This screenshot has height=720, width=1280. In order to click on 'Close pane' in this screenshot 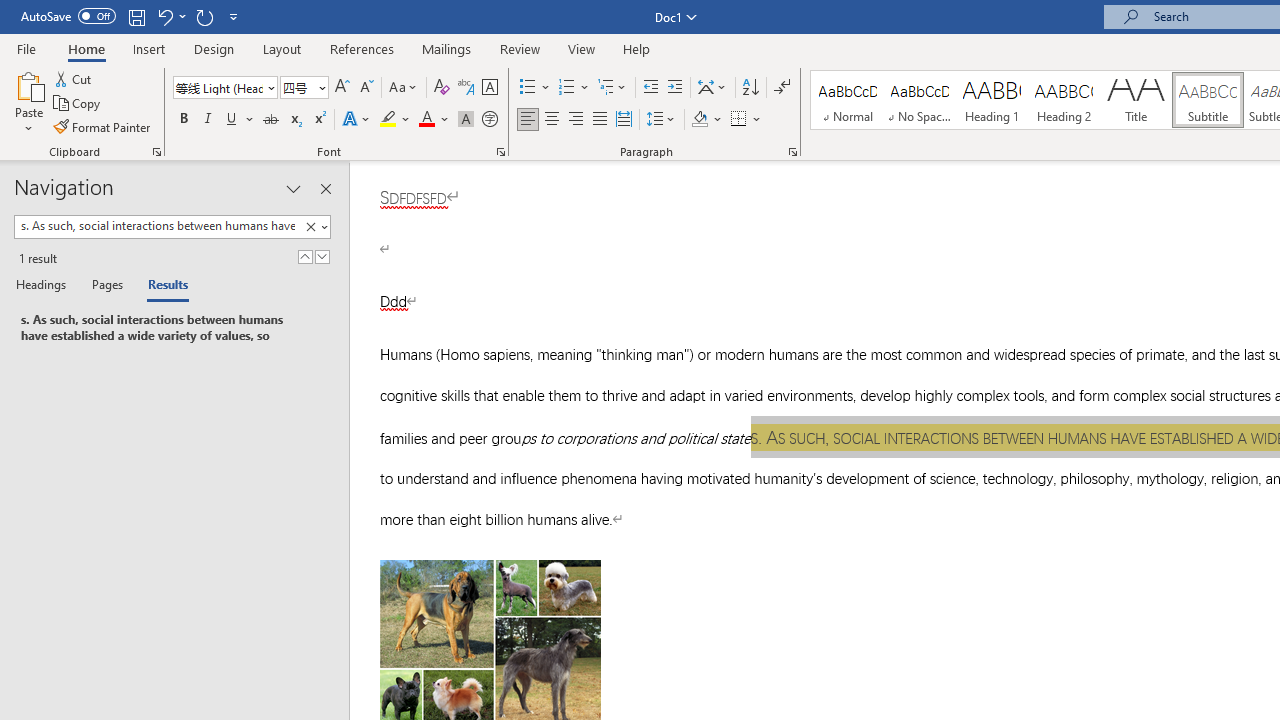, I will do `click(325, 189)`.